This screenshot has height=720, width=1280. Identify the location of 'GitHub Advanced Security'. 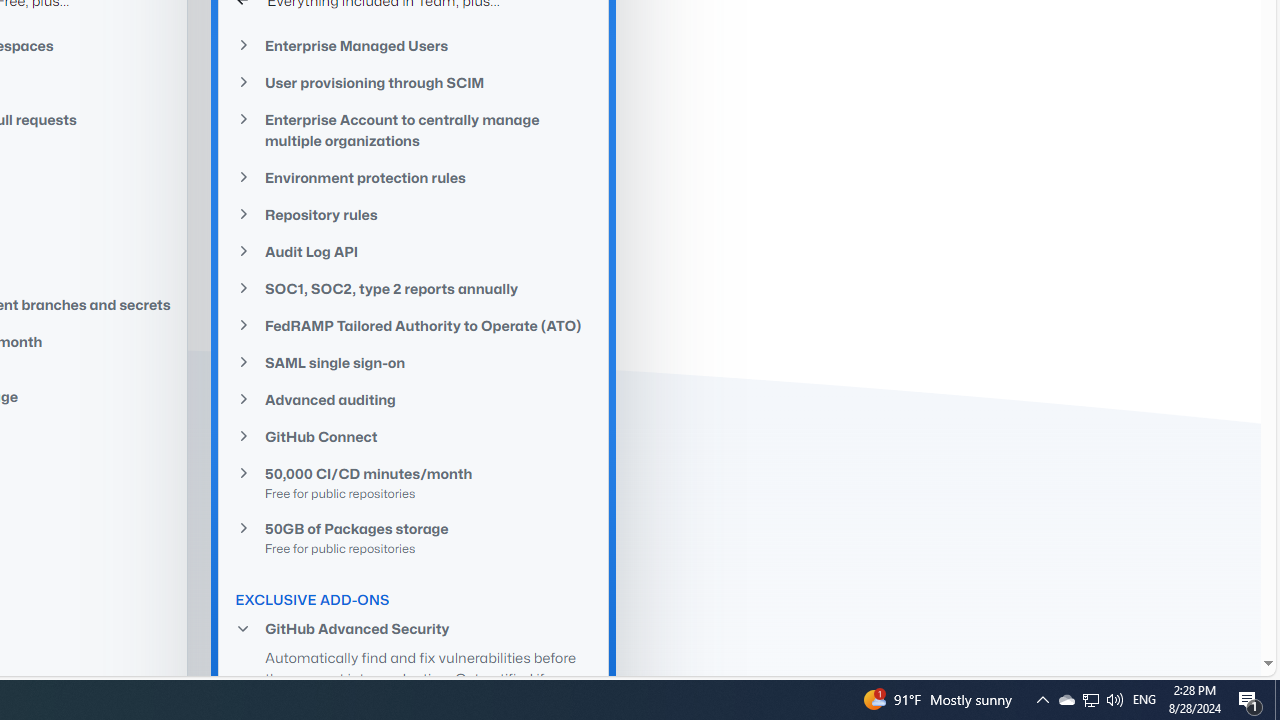
(413, 627).